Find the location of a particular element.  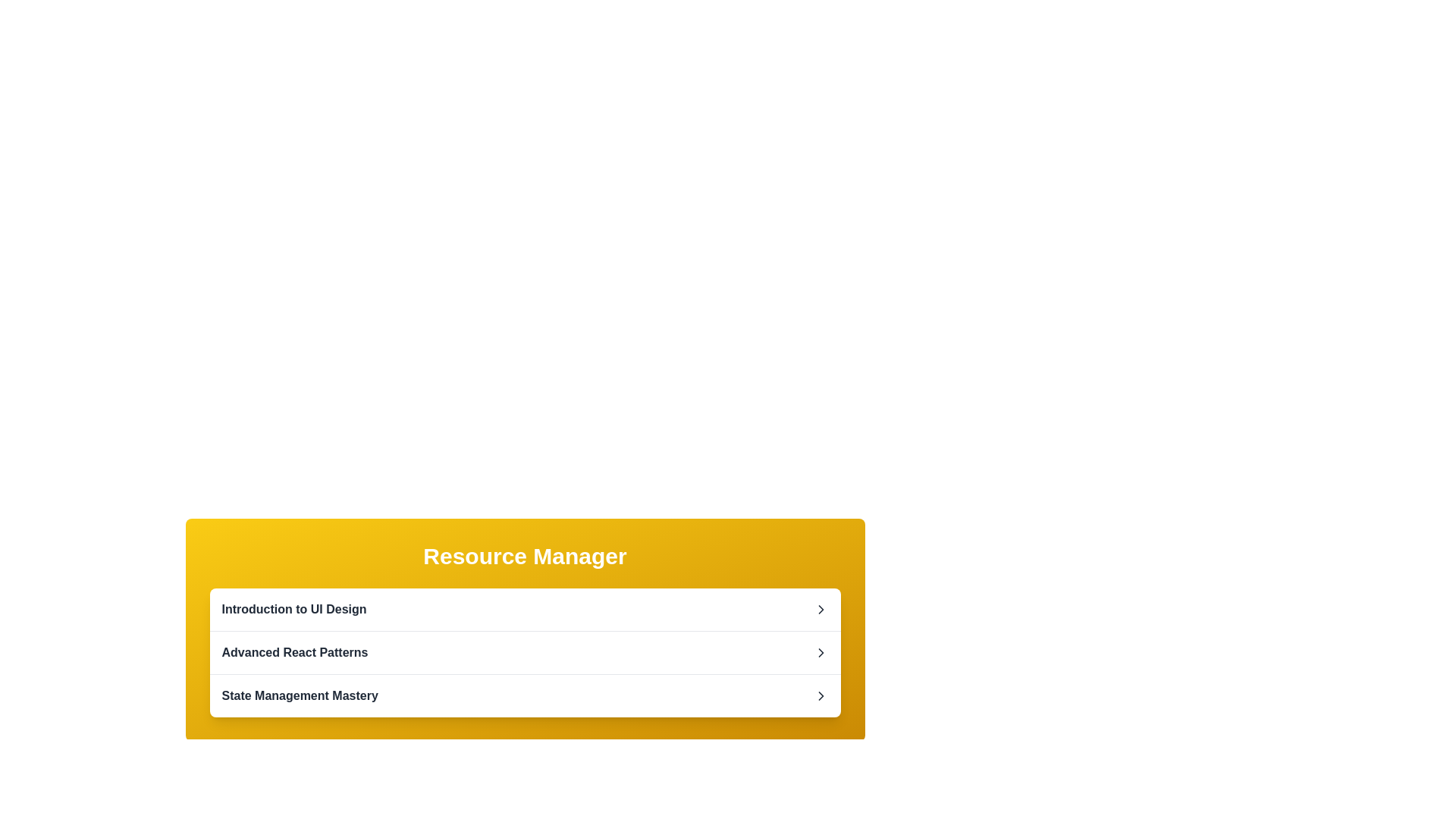

the first button in the vertically stacked list below the title 'Resource Manager' is located at coordinates (525, 608).